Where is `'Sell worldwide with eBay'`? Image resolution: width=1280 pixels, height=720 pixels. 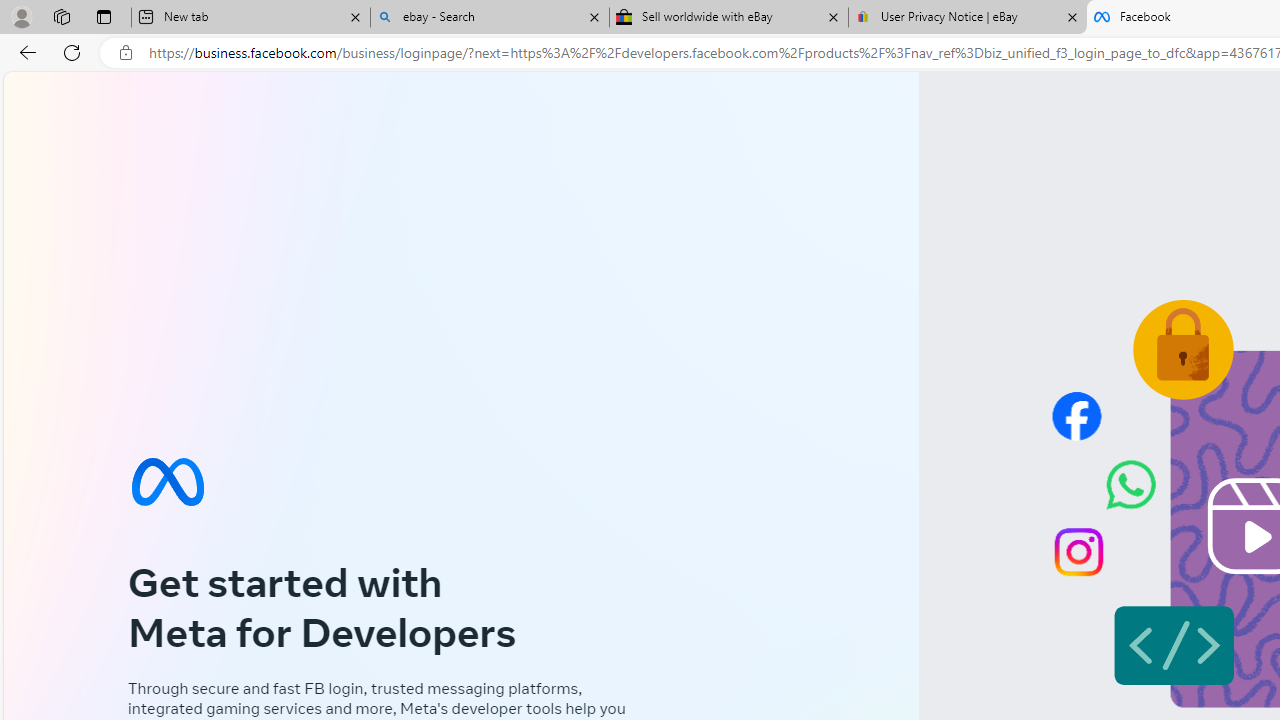
'Sell worldwide with eBay' is located at coordinates (728, 17).